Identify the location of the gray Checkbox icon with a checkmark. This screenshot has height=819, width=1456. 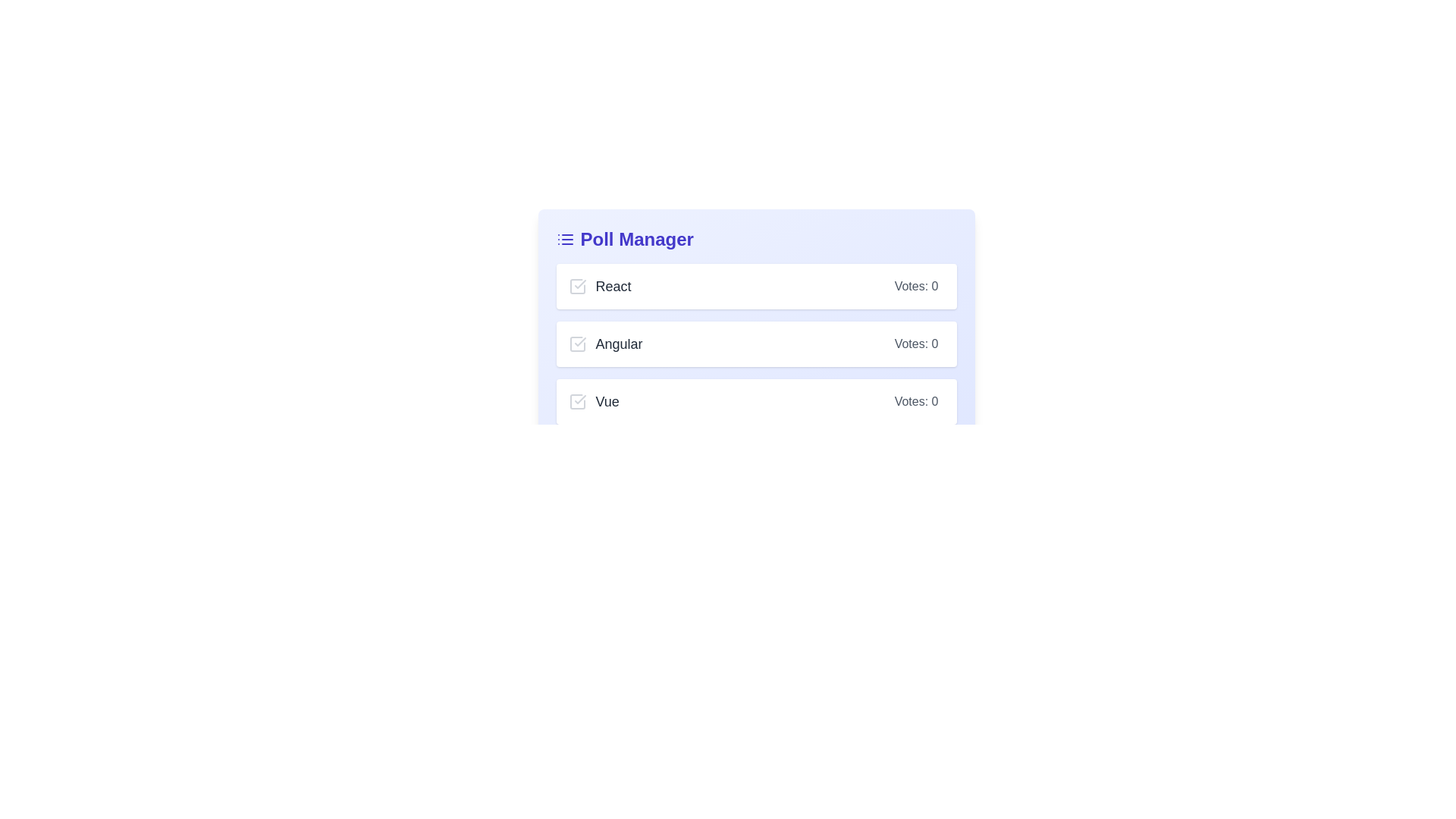
(576, 344).